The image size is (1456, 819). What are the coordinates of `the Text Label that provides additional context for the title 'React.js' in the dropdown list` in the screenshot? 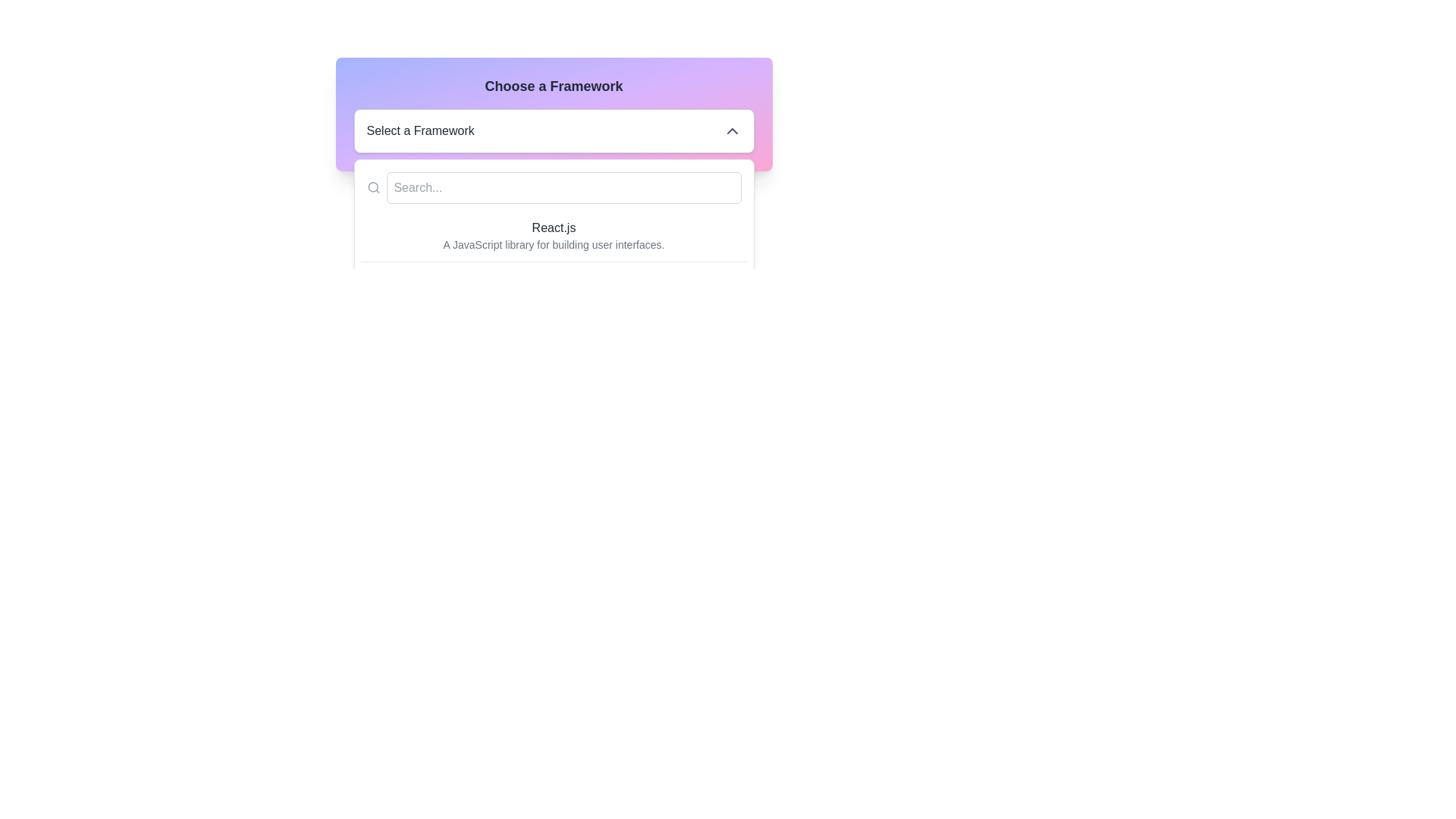 It's located at (553, 244).